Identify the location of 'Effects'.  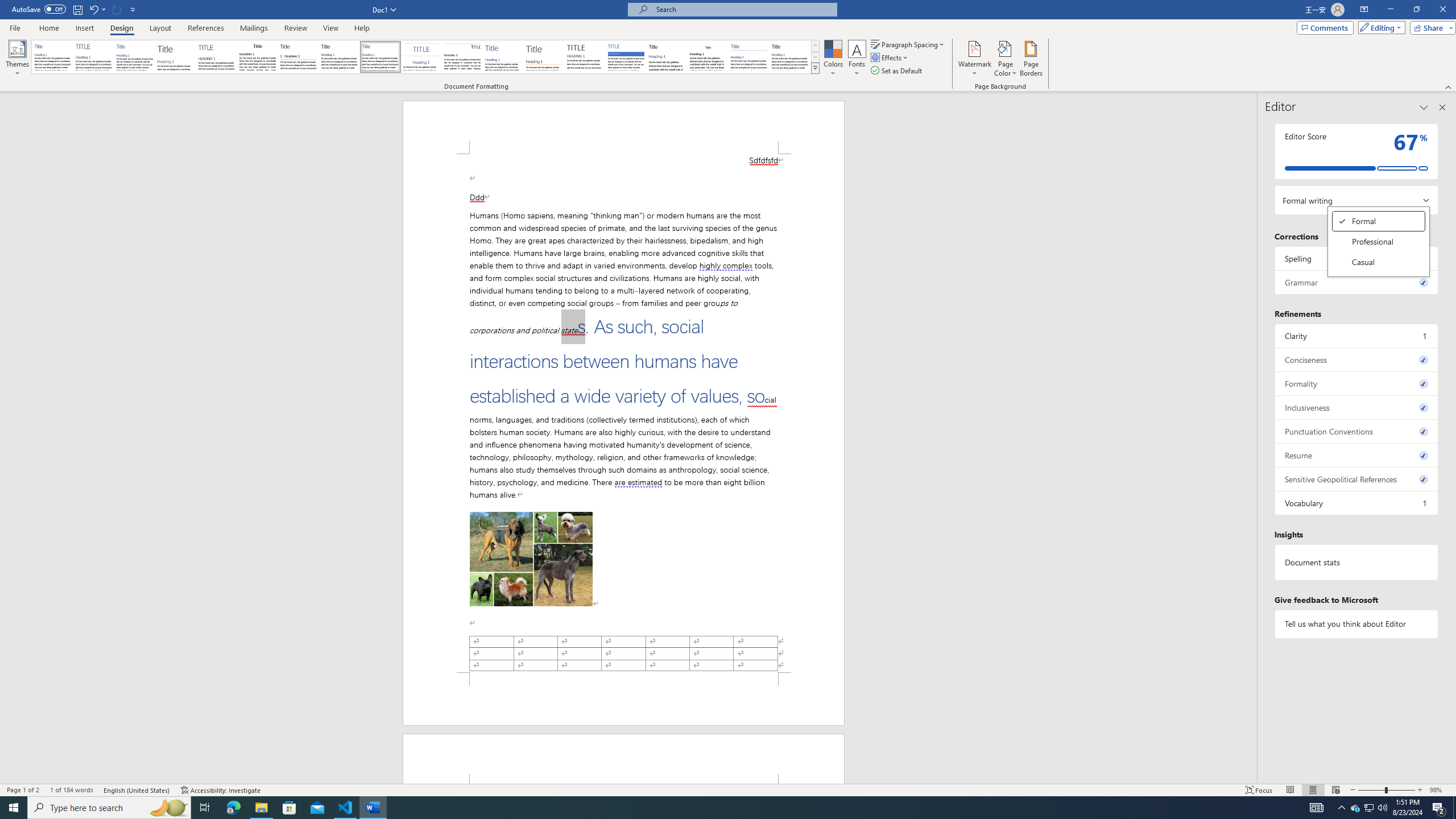
(890, 56).